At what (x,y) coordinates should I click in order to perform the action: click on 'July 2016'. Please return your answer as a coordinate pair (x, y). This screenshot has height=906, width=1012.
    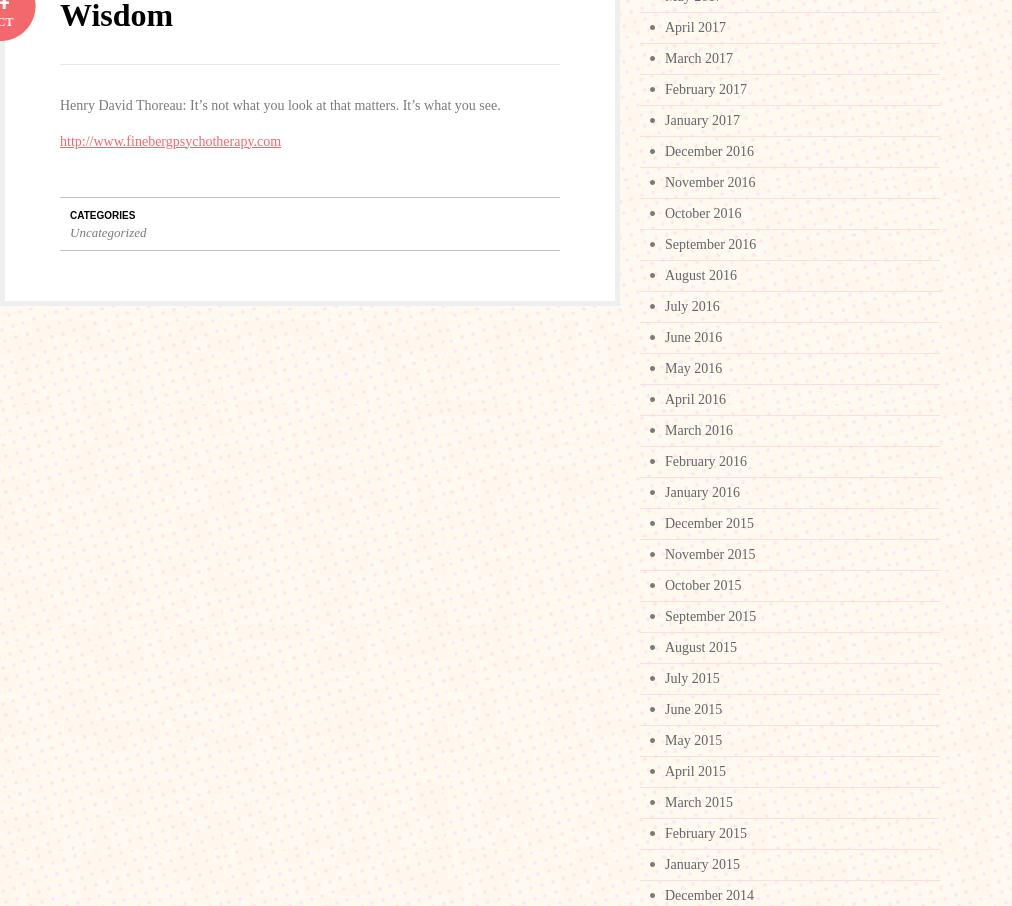
    Looking at the image, I should click on (692, 305).